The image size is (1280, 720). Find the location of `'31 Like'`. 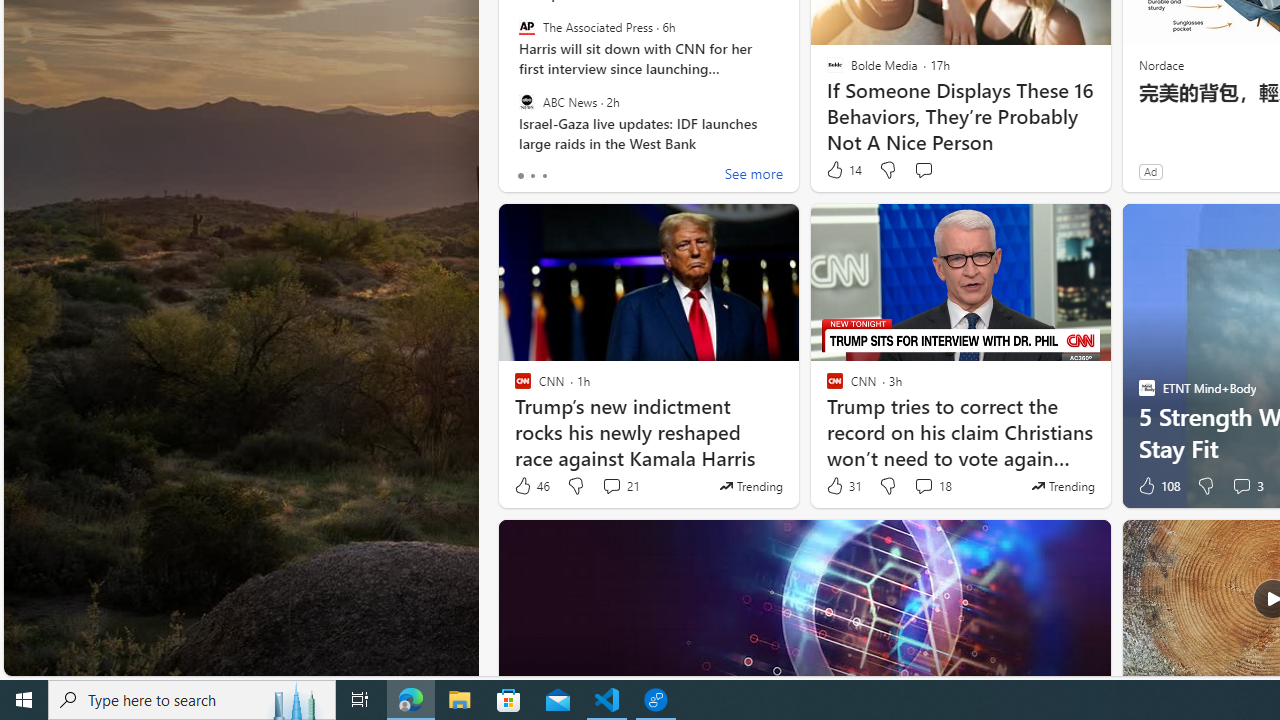

'31 Like' is located at coordinates (843, 486).